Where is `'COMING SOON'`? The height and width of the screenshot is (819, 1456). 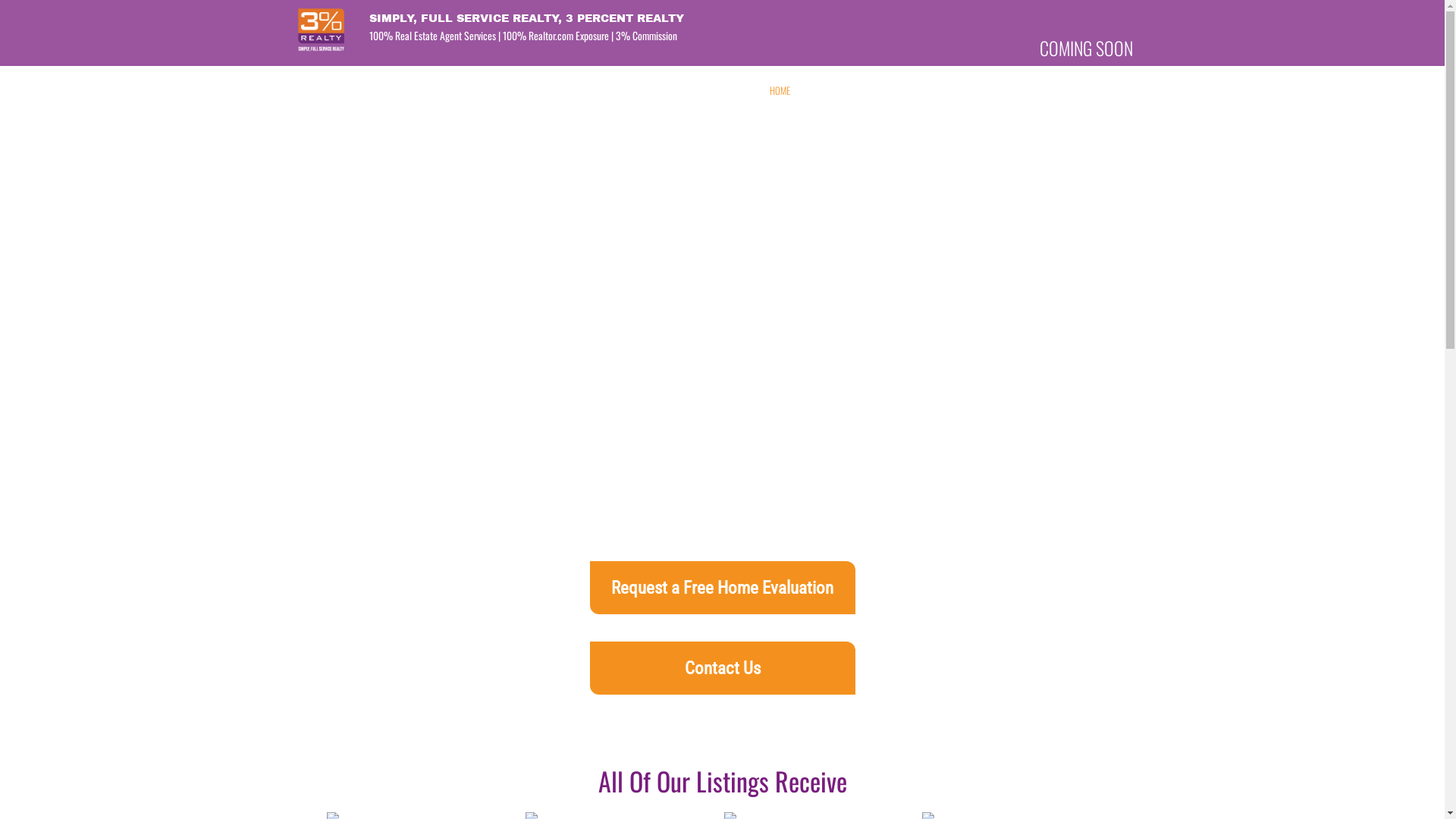
'COMING SOON' is located at coordinates (1039, 46).